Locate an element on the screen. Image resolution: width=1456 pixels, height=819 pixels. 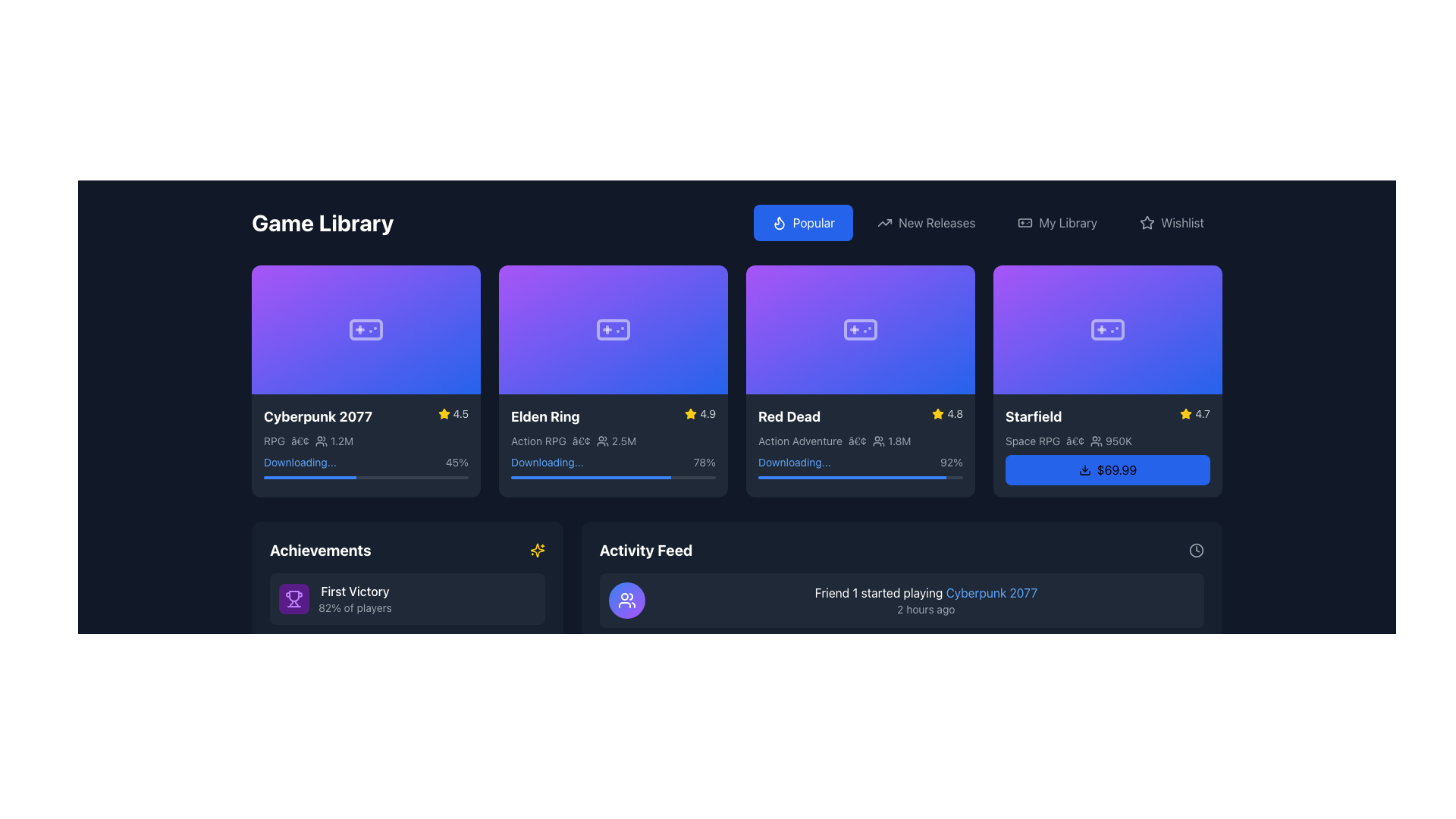
the graphical card component representing 'Red Dead' in the Game Library section is located at coordinates (860, 328).